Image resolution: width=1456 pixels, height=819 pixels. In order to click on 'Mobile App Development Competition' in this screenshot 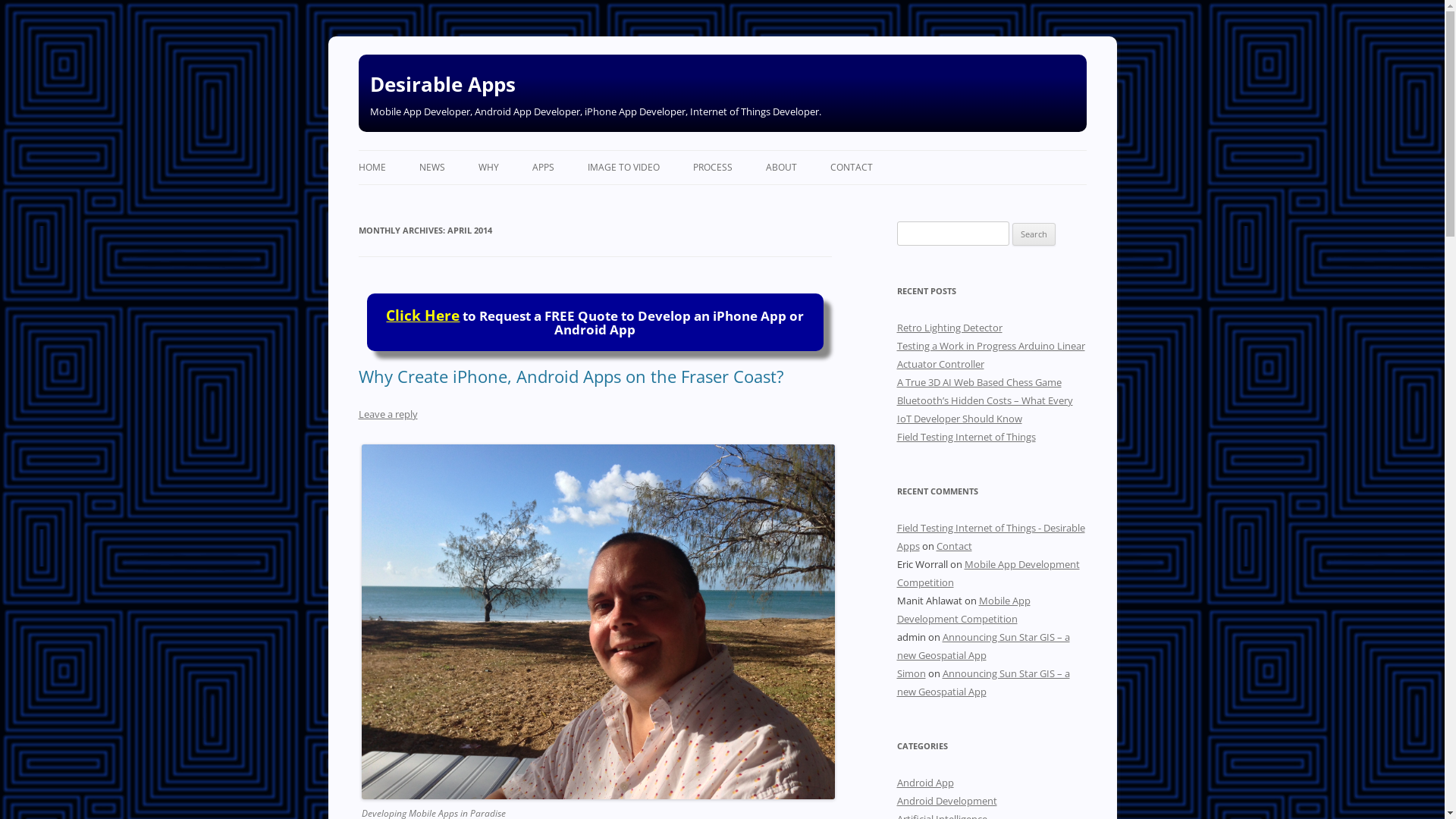, I will do `click(987, 573)`.